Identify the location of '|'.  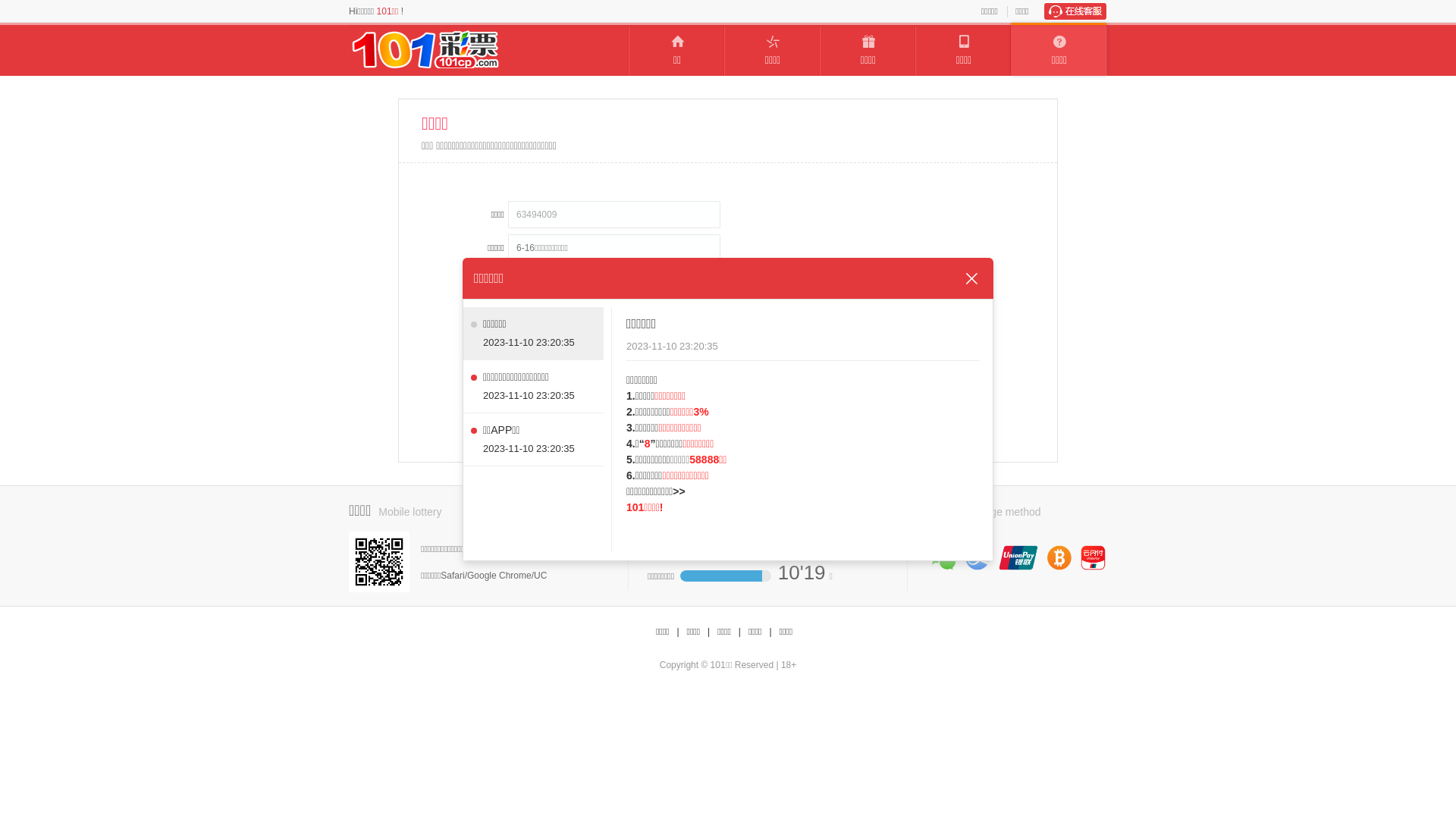
(739, 632).